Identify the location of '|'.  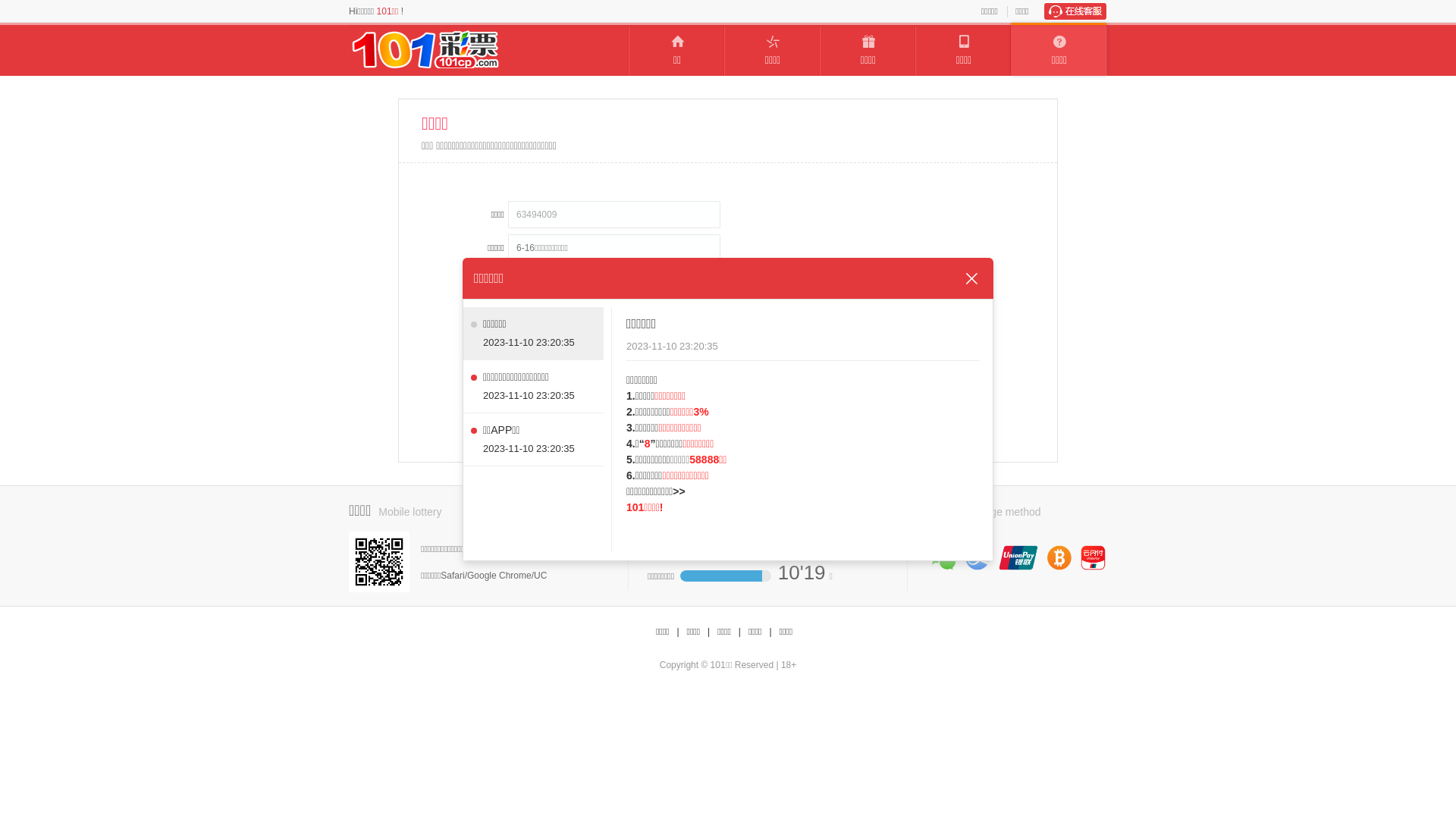
(739, 632).